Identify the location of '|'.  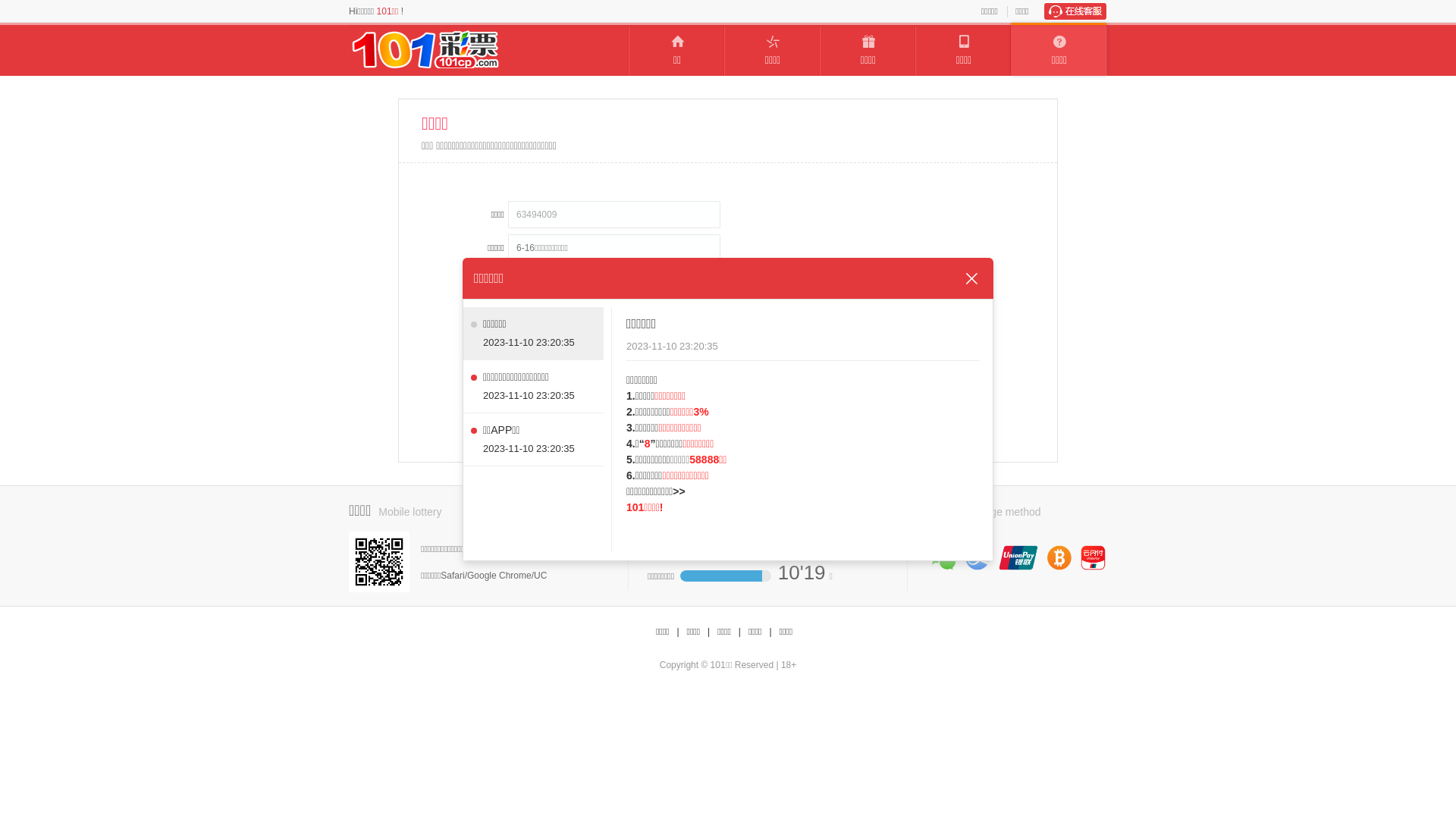
(739, 632).